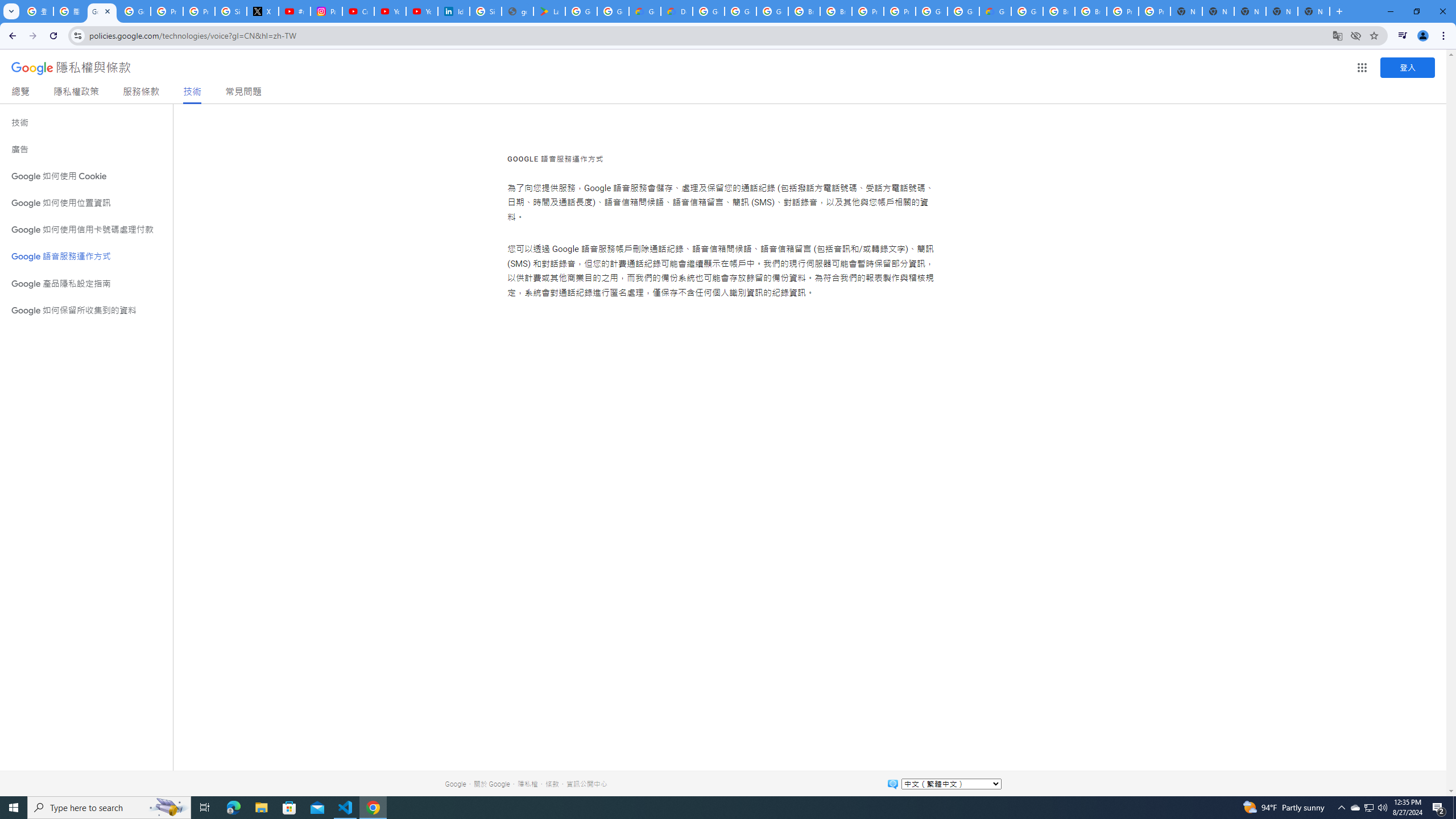 The height and width of the screenshot is (819, 1456). Describe the element at coordinates (614, 11) in the screenshot. I see `'Google Workspace - Specific Terms'` at that location.